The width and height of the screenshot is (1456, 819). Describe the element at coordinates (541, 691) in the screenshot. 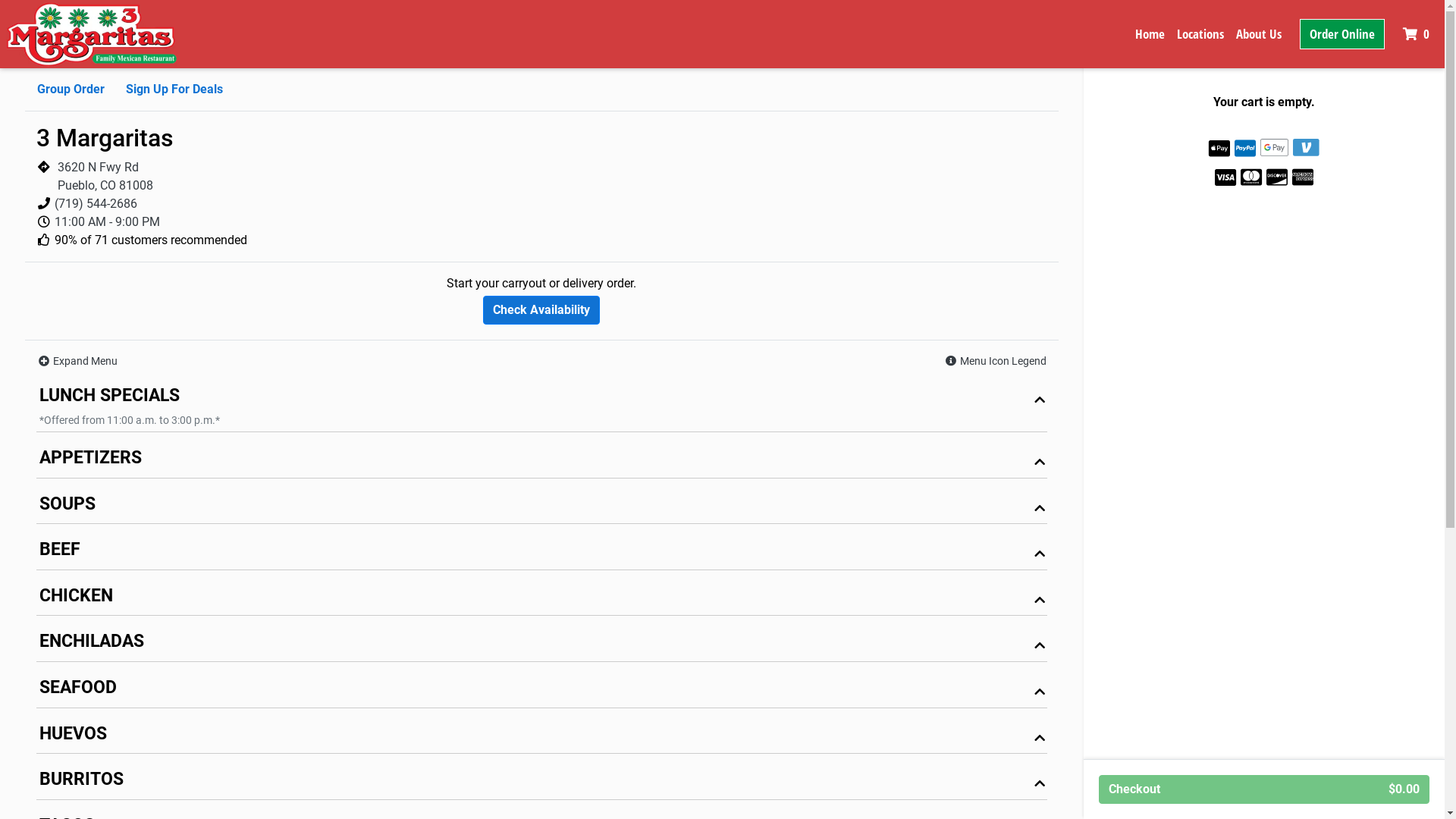

I see `'SEAFOOD'` at that location.